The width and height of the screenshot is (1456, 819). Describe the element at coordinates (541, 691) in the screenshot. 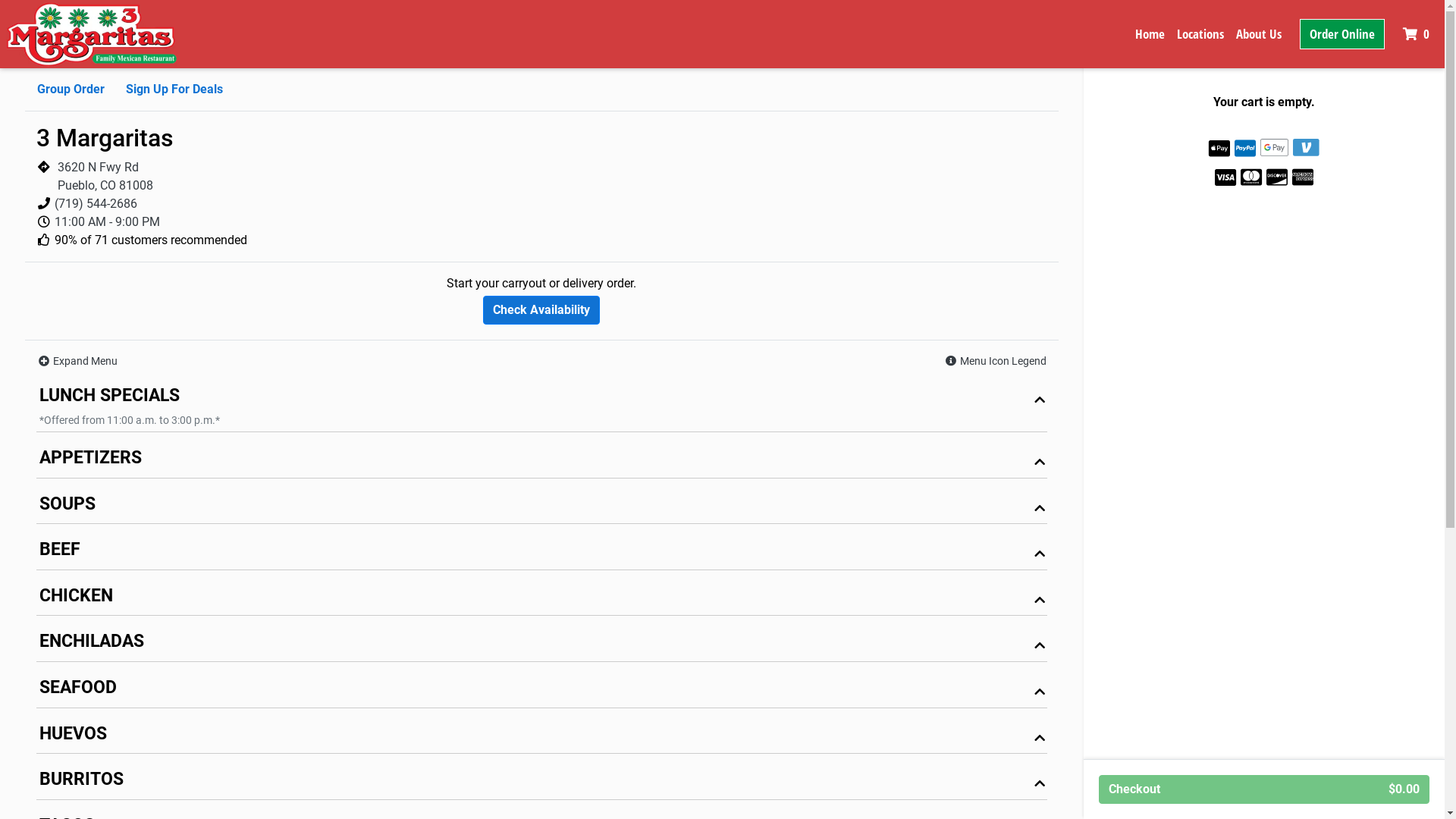

I see `'SEAFOOD'` at that location.